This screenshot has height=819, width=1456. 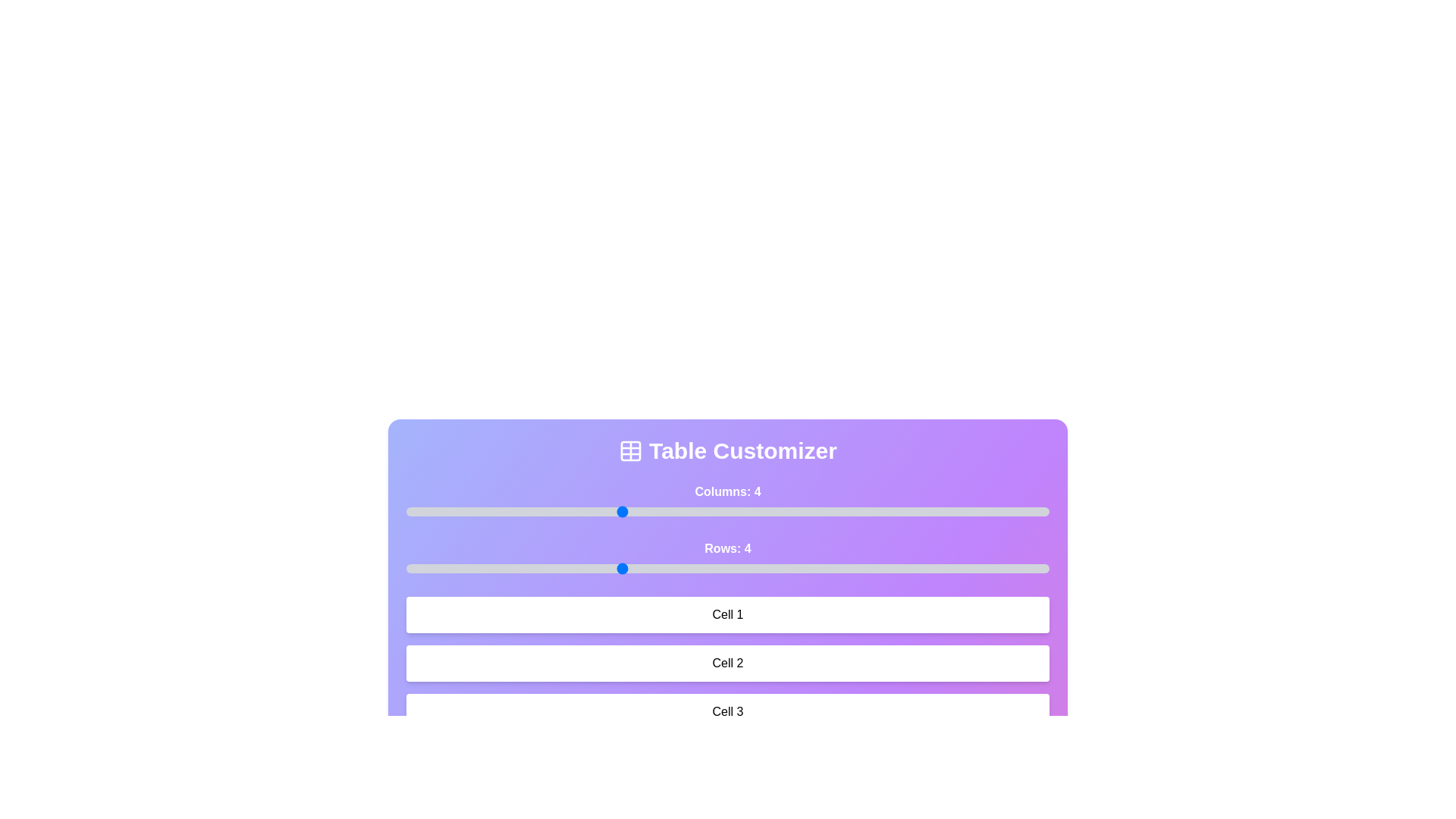 What do you see at coordinates (620, 568) in the screenshot?
I see `the number of rows by setting the slider to 4 rows` at bounding box center [620, 568].